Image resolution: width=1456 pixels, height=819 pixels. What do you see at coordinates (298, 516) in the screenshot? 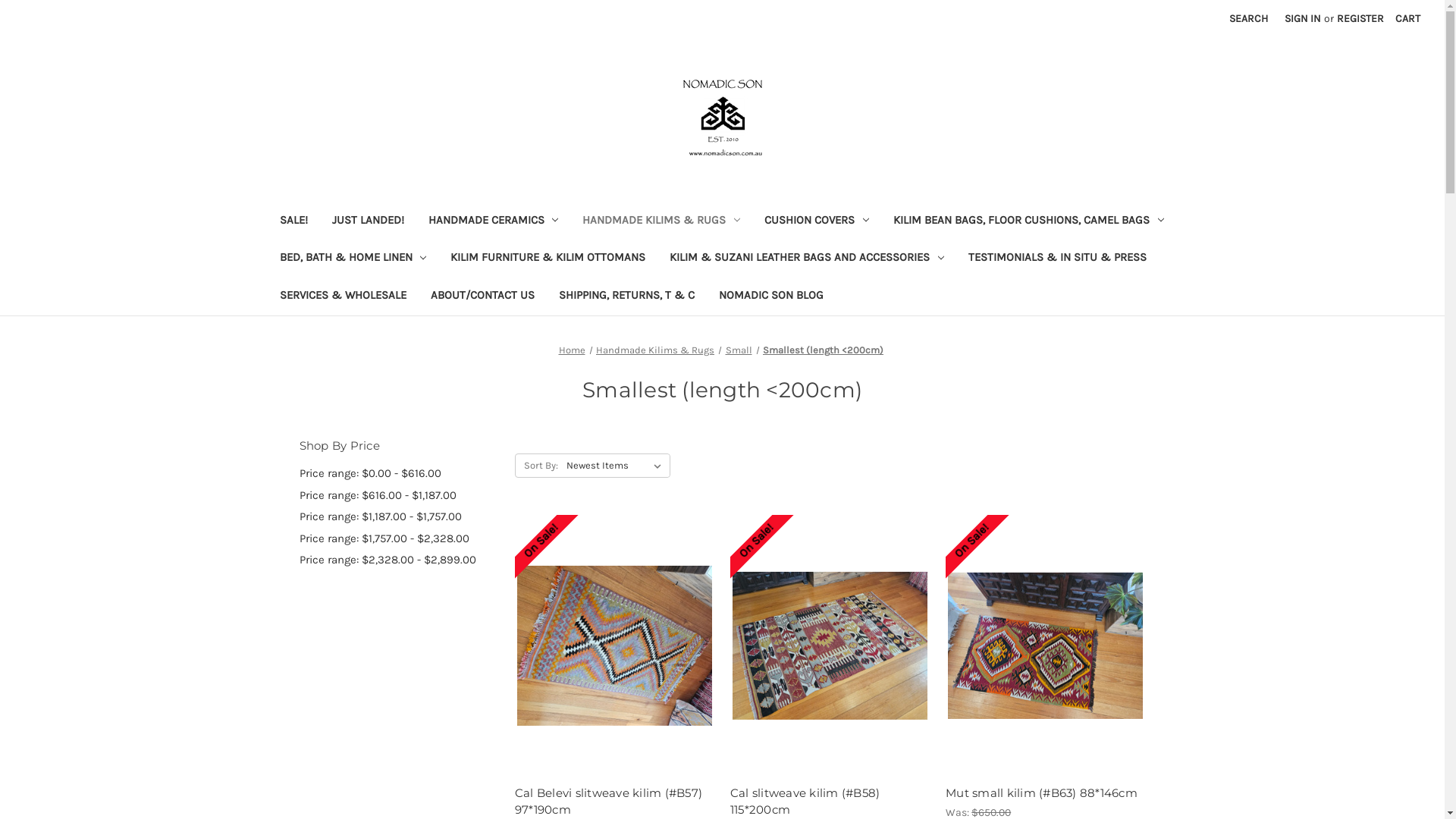
I see `'Price range: $1,187.00 - $1,757.00'` at bounding box center [298, 516].